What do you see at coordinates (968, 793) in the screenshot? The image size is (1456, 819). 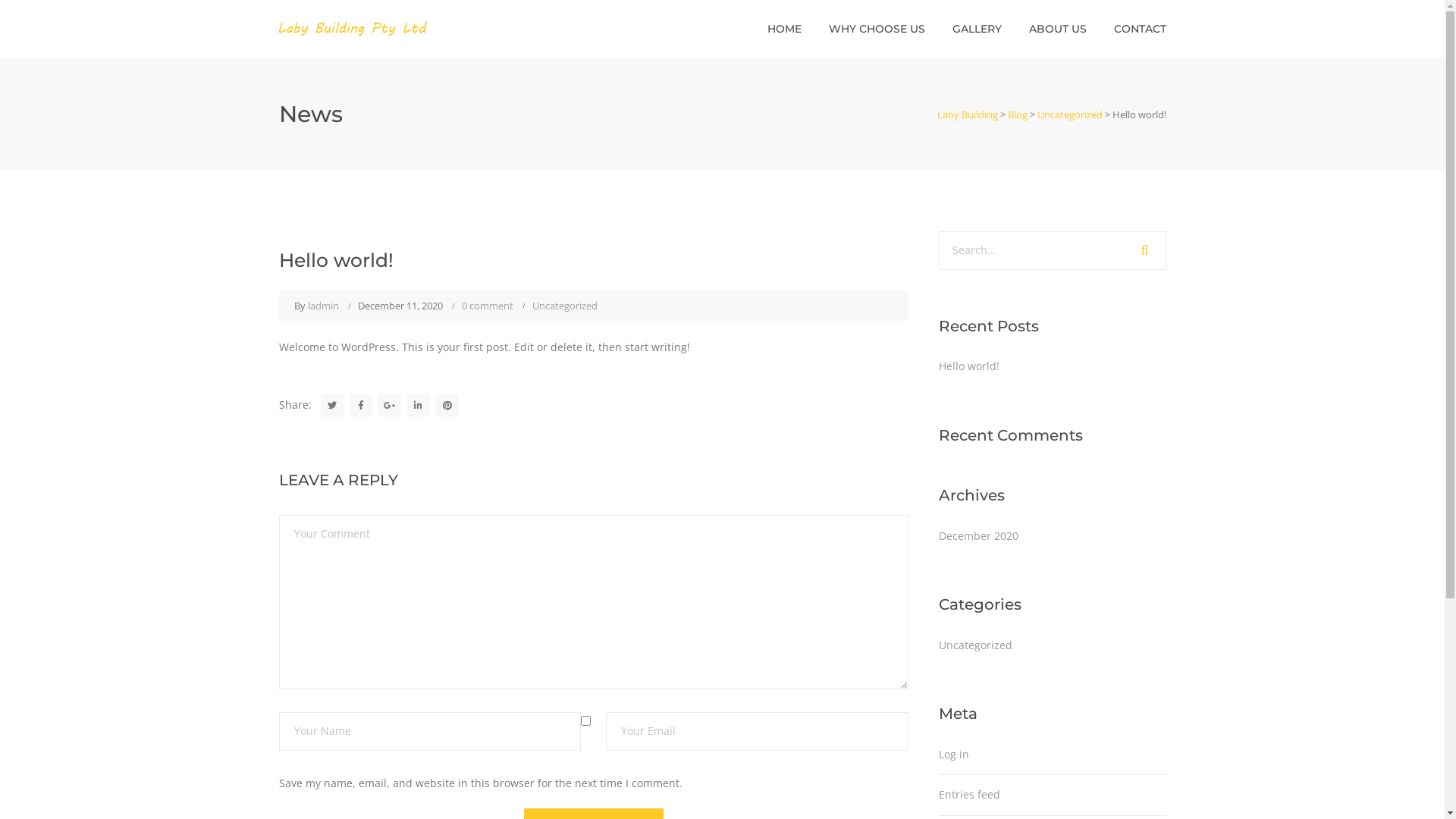 I see `'Entries feed'` at bounding box center [968, 793].